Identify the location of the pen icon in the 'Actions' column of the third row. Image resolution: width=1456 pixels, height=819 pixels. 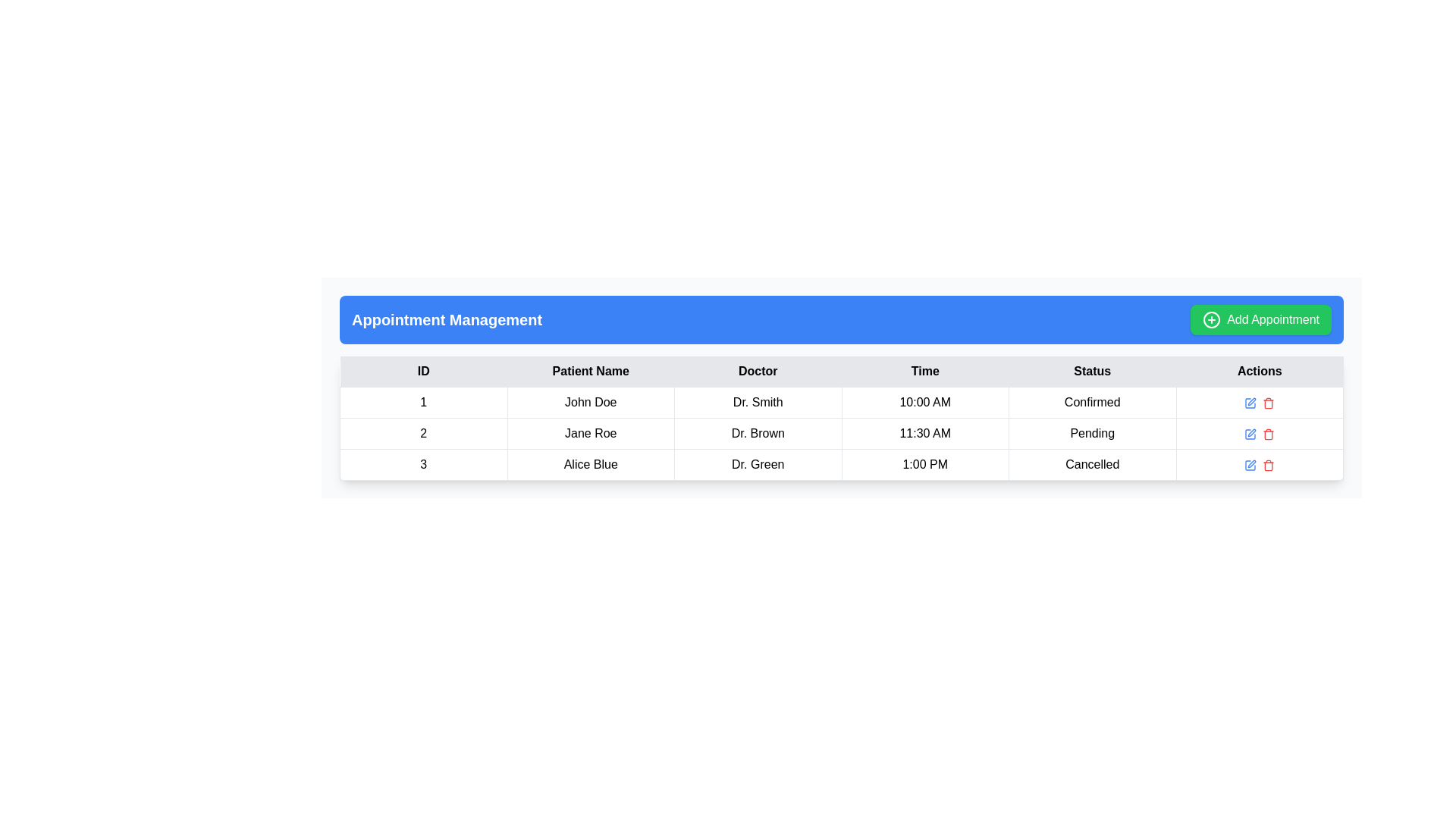
(1252, 463).